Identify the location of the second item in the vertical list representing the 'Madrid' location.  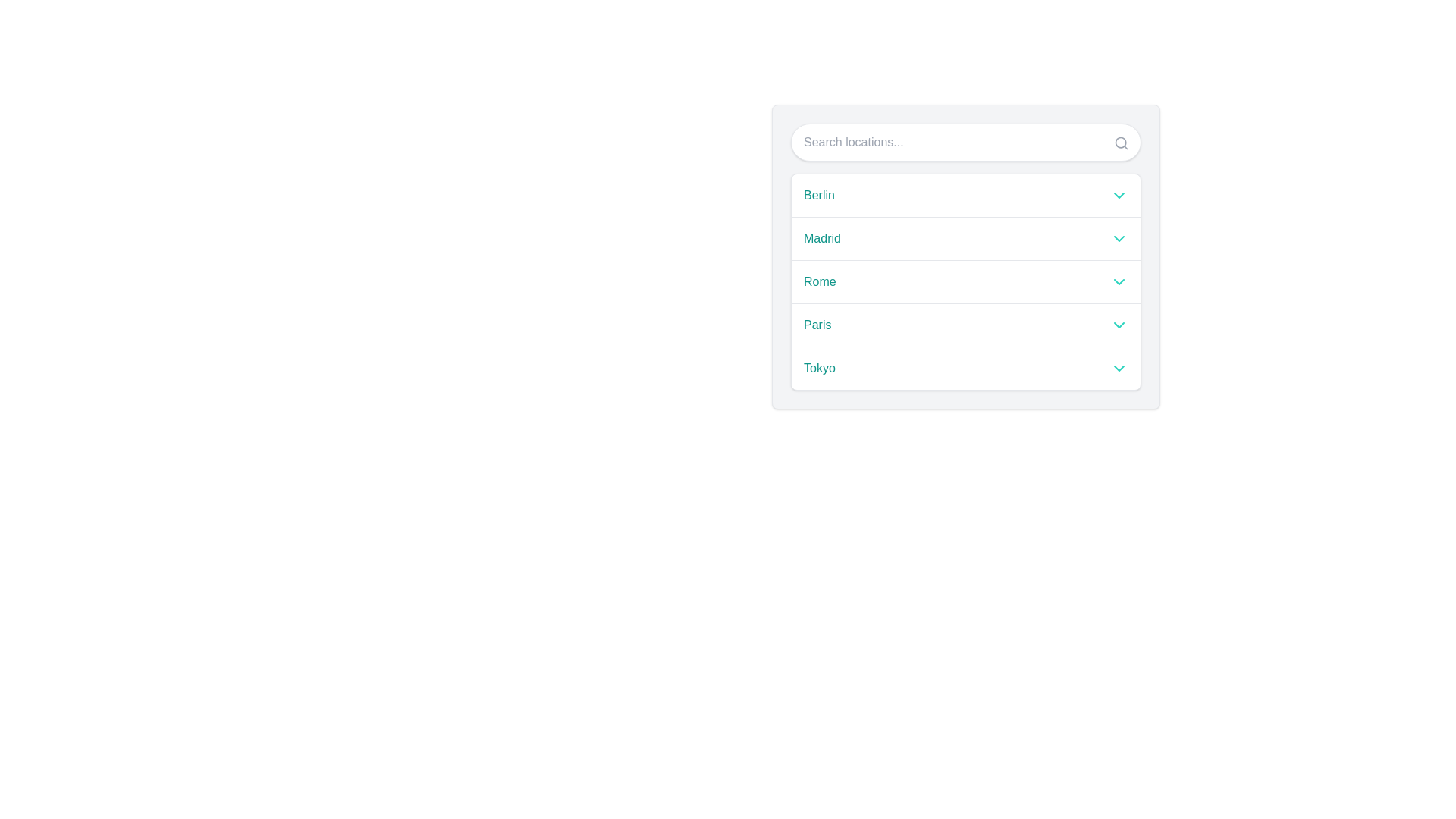
(965, 256).